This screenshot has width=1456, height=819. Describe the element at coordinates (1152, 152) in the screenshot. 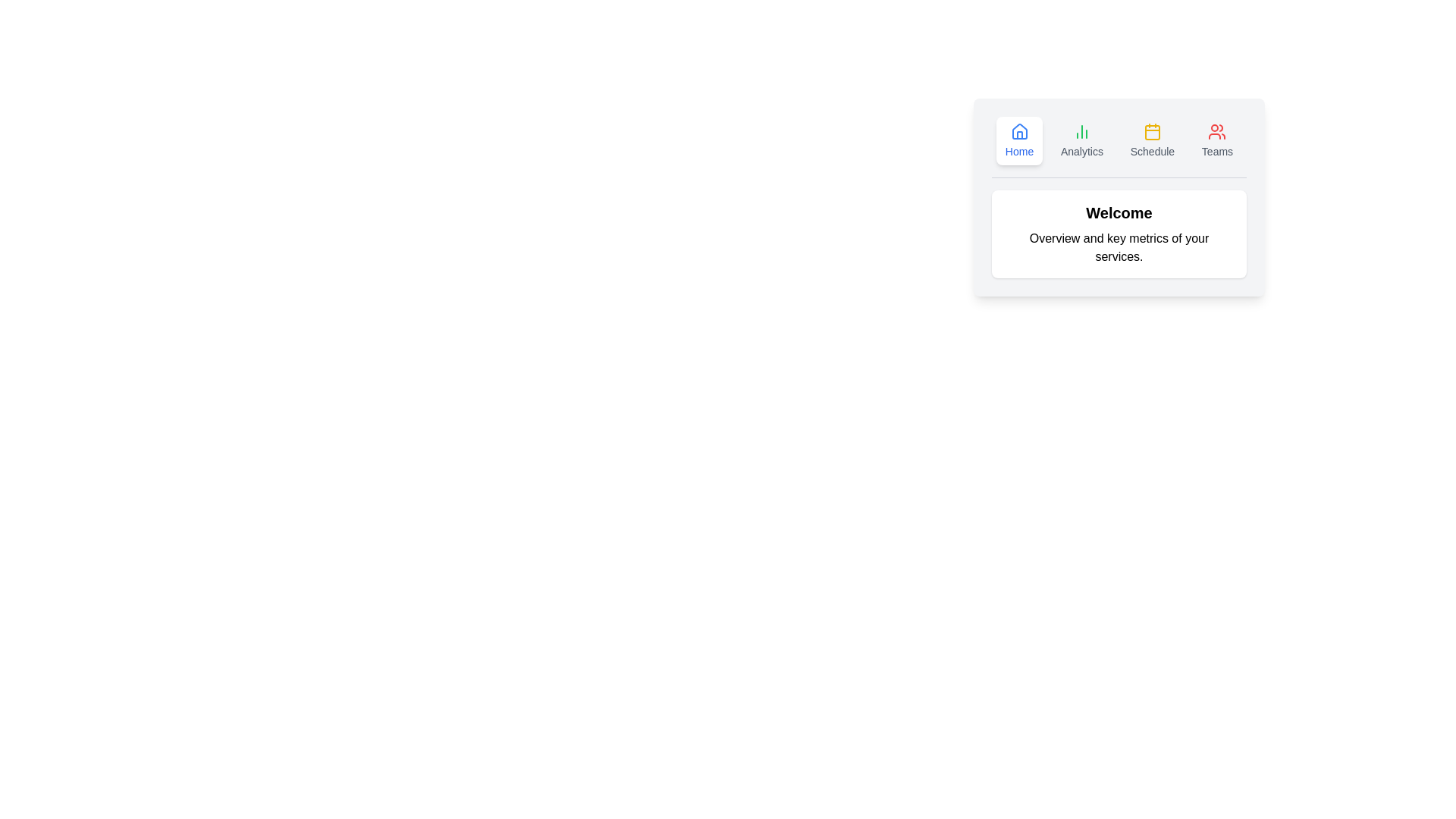

I see `text label displaying 'Schedule' located below the yellow calendar icon in the navigation bar` at that location.